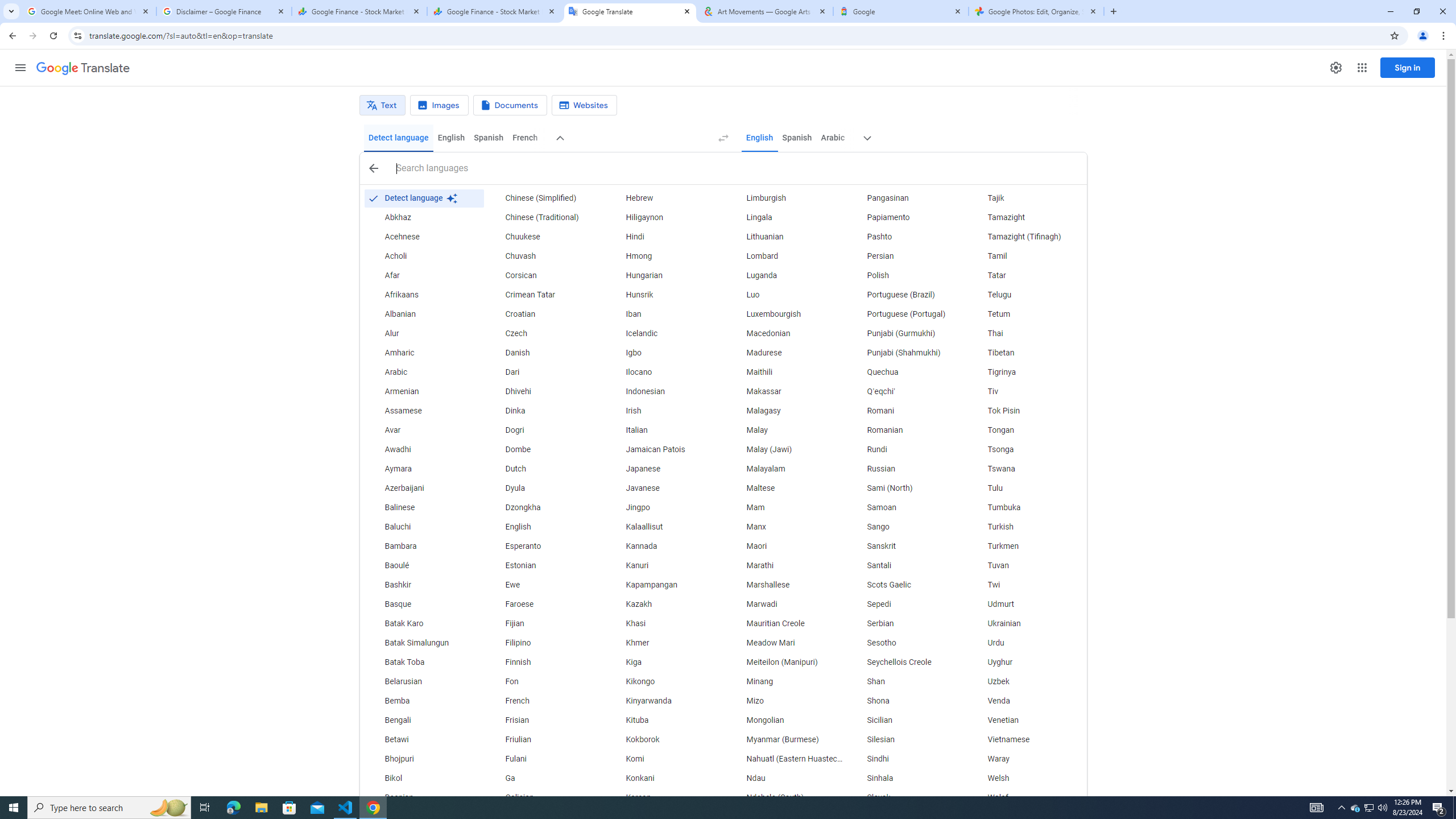 Image resolution: width=1456 pixels, height=819 pixels. What do you see at coordinates (906, 353) in the screenshot?
I see `'Punjabi (Shahmukhi)'` at bounding box center [906, 353].